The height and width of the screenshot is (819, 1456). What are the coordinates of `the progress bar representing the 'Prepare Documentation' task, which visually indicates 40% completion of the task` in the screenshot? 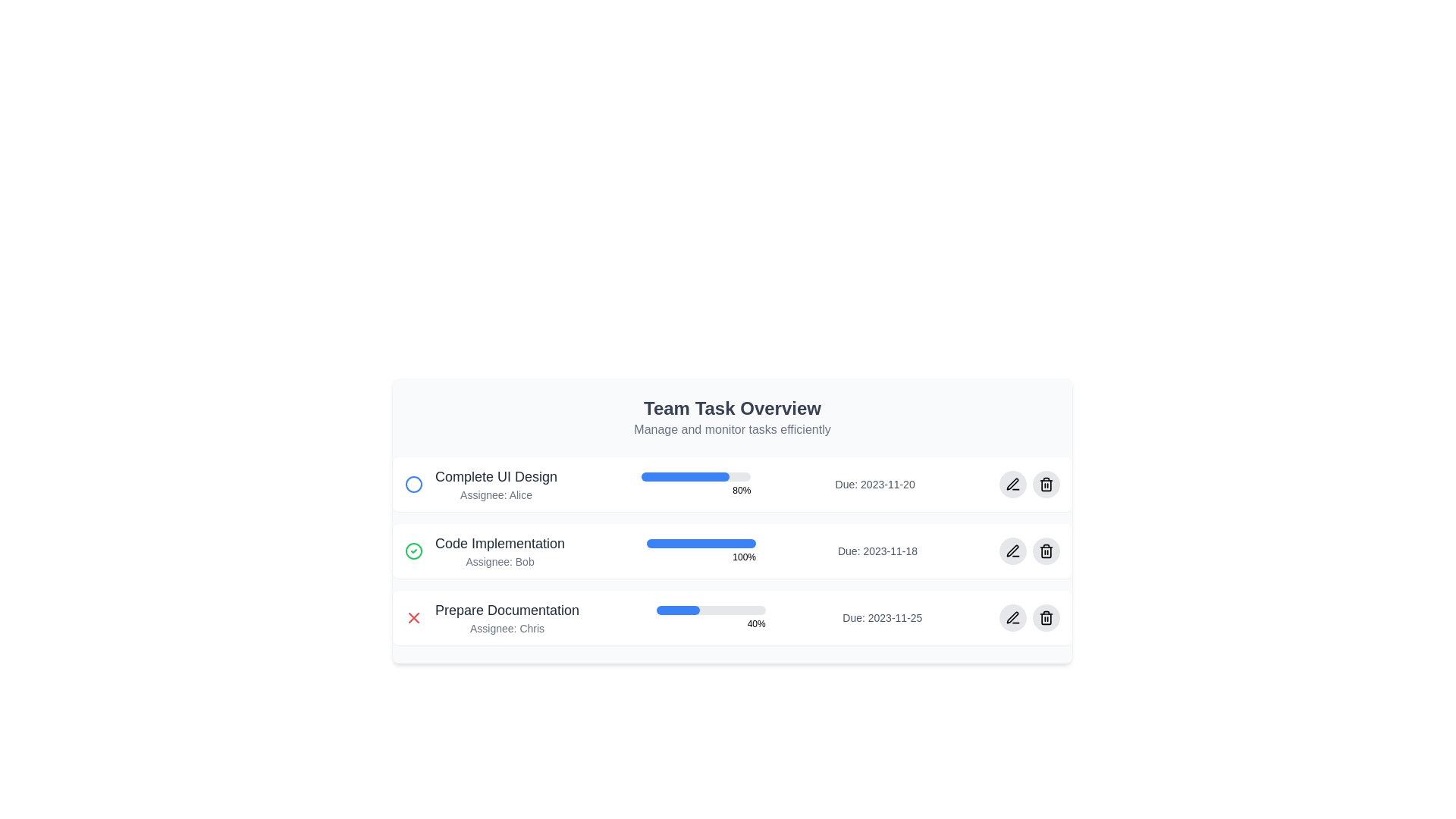 It's located at (710, 610).